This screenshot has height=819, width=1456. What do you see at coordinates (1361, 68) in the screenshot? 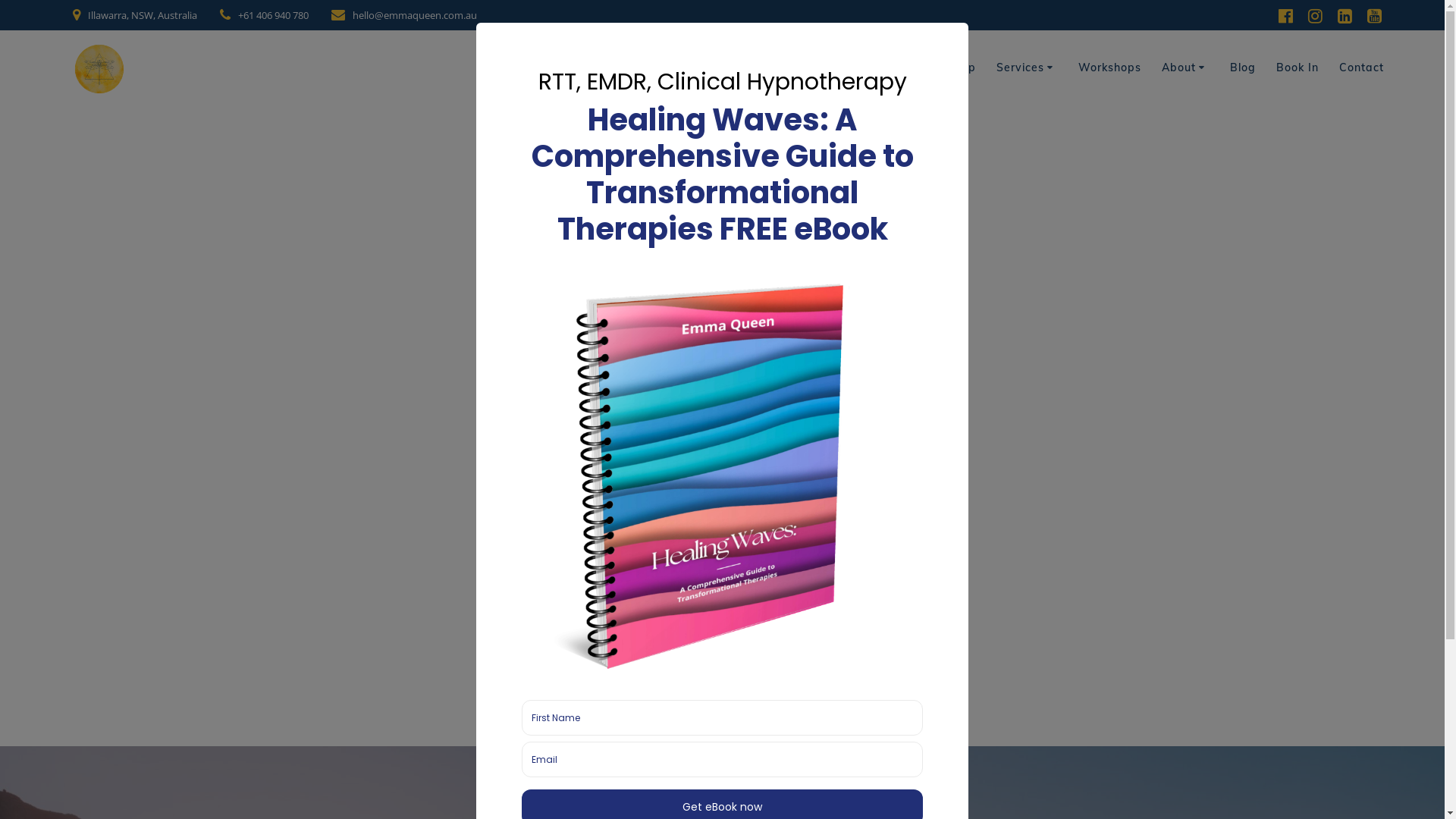
I see `'Contact'` at bounding box center [1361, 68].